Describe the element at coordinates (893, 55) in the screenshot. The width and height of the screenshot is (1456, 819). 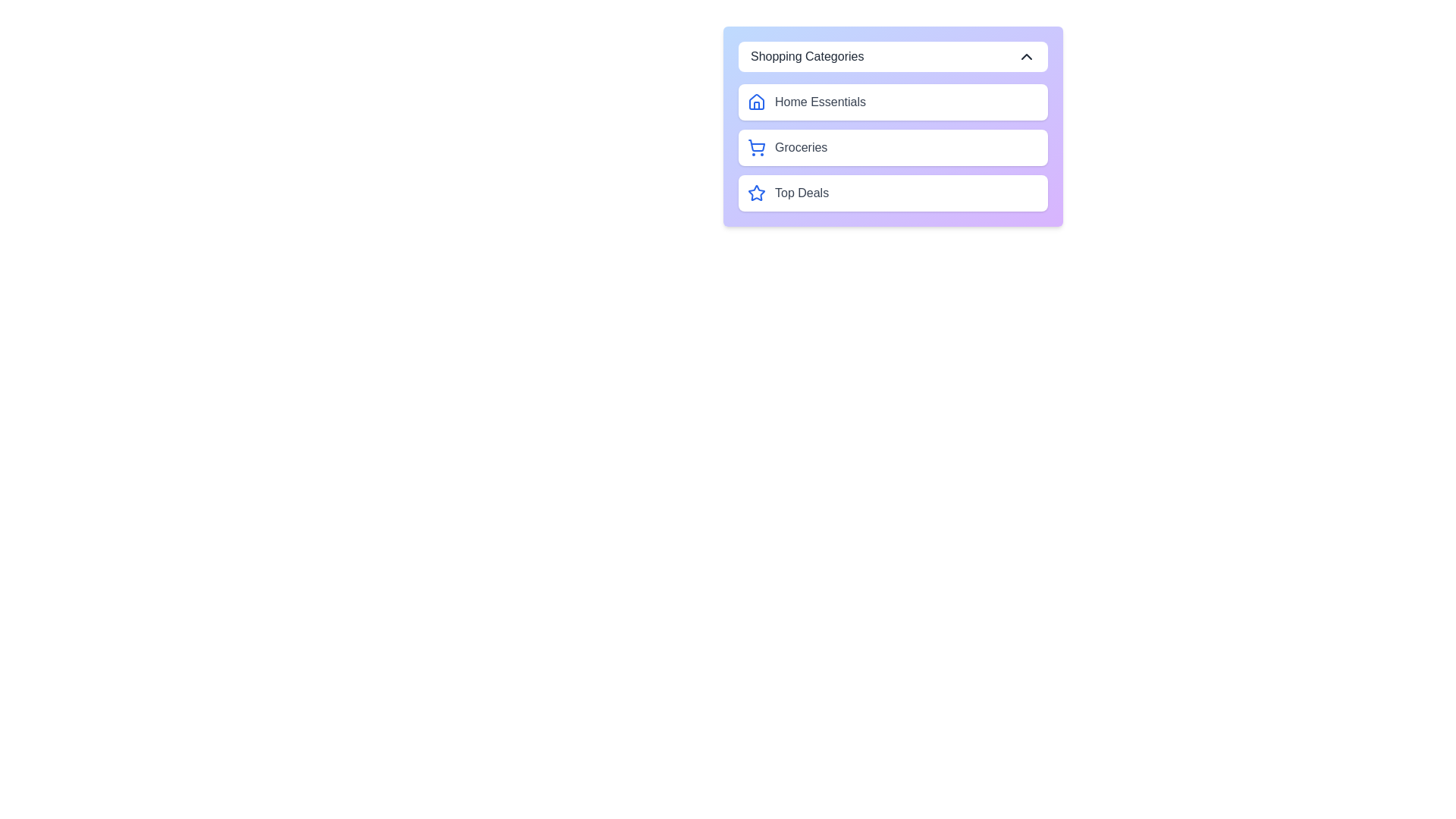
I see `the 'Shopping Categories' button to toggle the menu` at that location.